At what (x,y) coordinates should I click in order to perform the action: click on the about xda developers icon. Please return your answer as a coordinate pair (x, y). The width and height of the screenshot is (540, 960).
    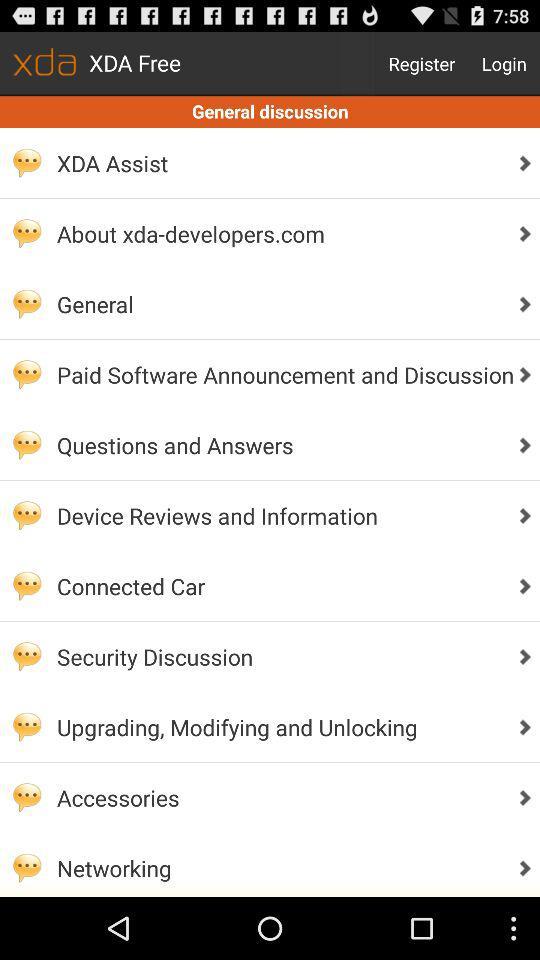
    Looking at the image, I should click on (279, 233).